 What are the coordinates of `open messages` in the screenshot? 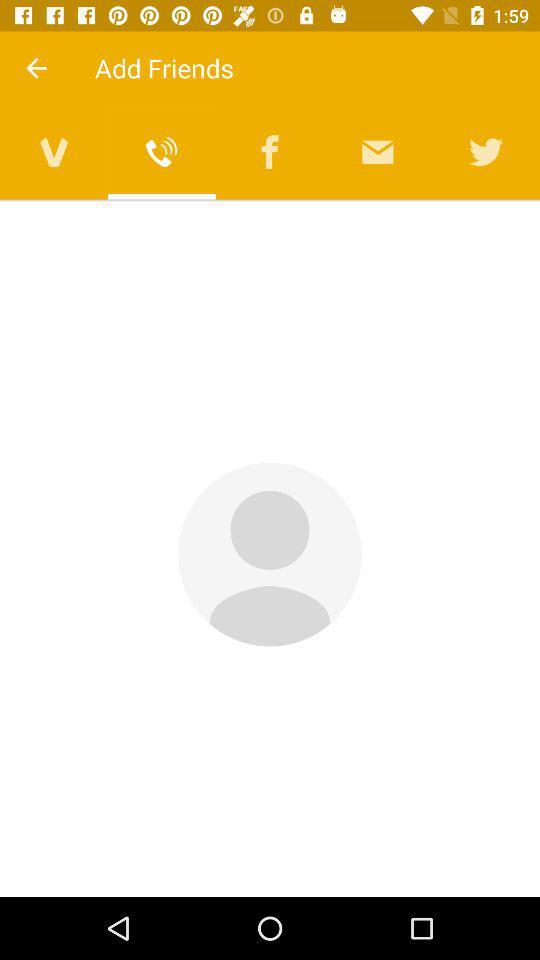 It's located at (378, 151).